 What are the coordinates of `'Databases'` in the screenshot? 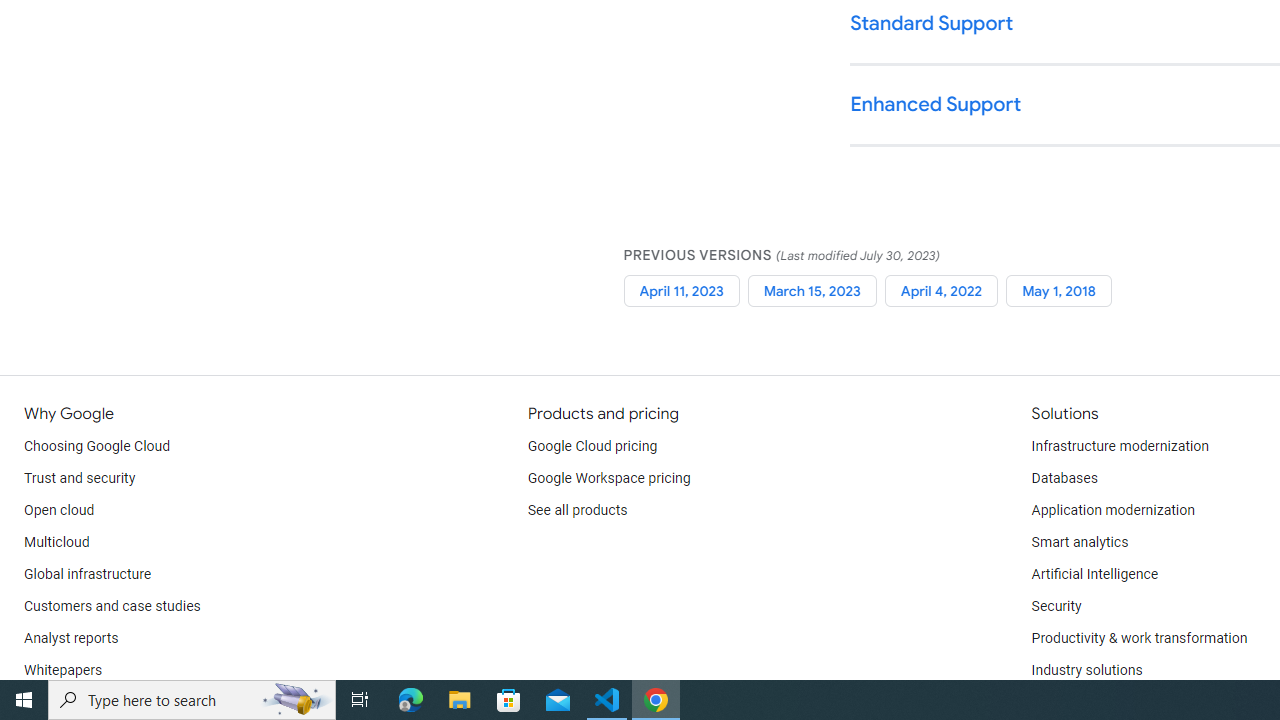 It's located at (1063, 479).